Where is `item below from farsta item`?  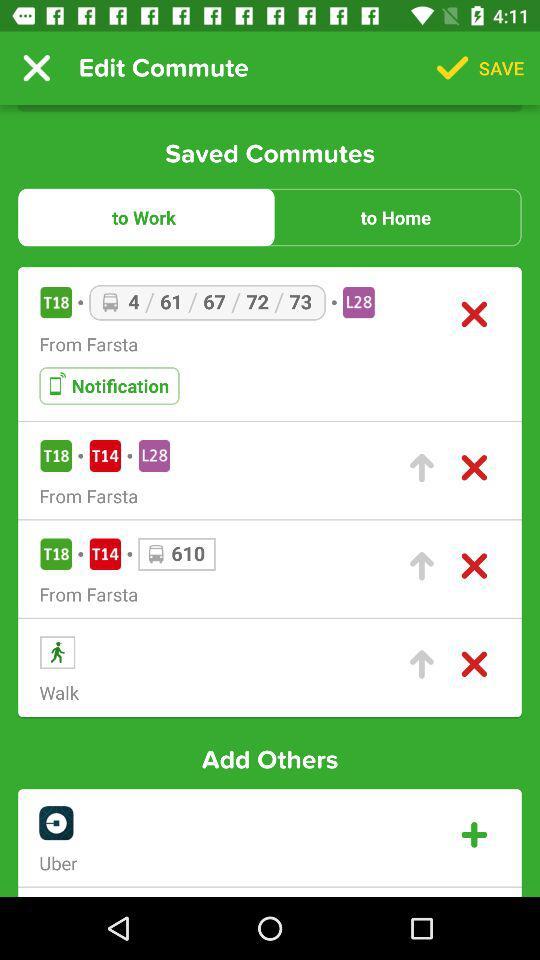
item below from farsta item is located at coordinates (109, 385).